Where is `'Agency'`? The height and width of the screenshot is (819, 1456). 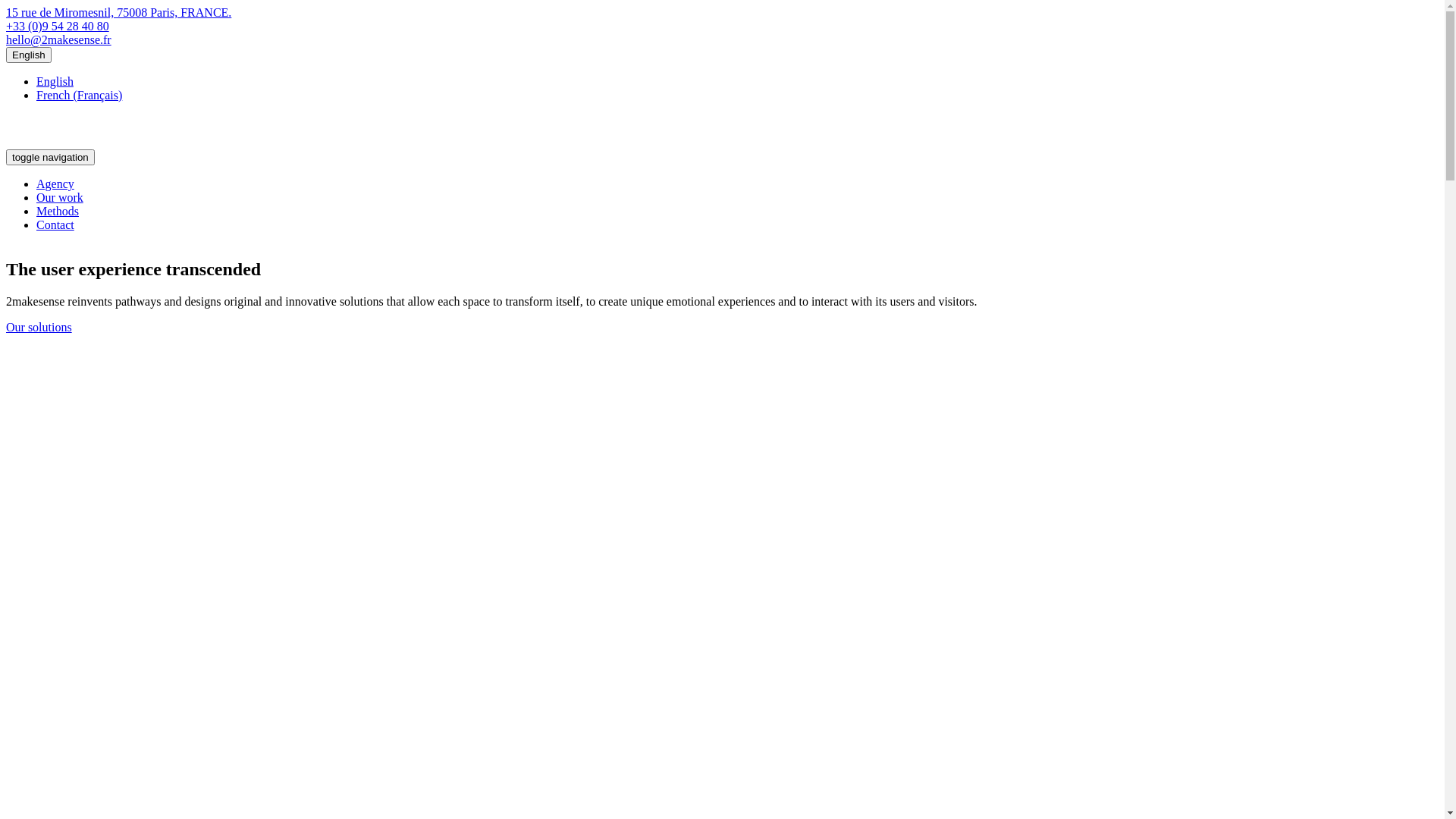
'Agency' is located at coordinates (55, 183).